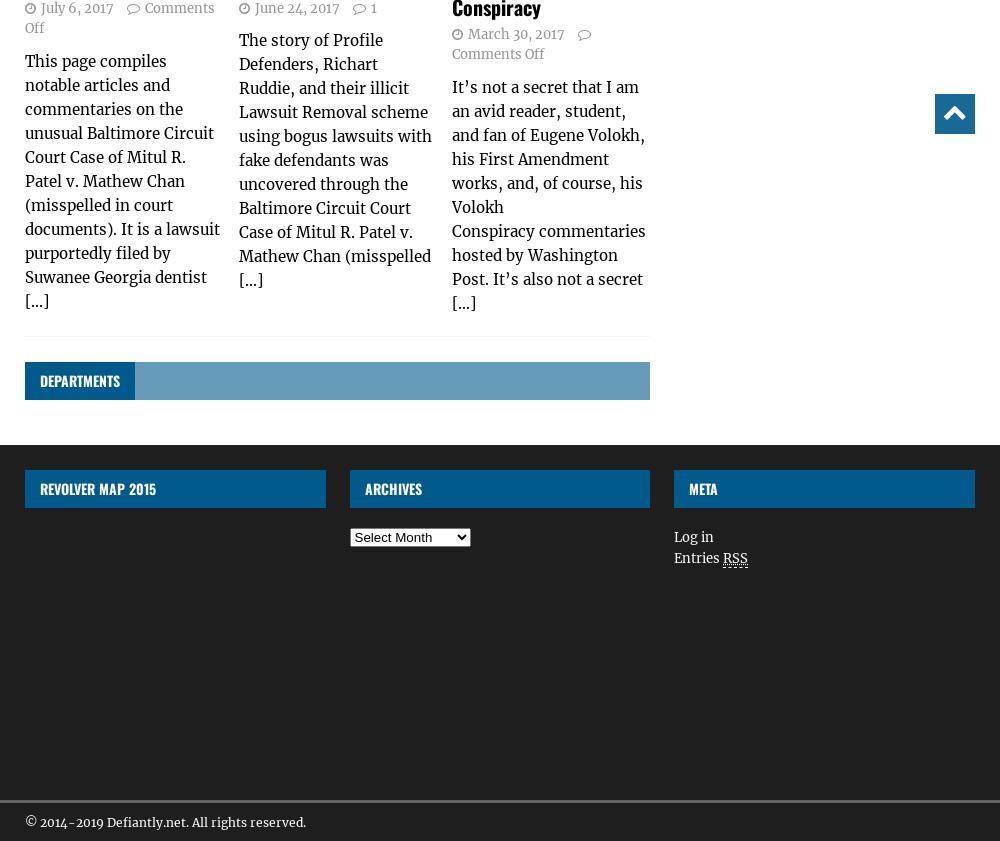  What do you see at coordinates (497, 53) in the screenshot?
I see `'Comments Off'` at bounding box center [497, 53].